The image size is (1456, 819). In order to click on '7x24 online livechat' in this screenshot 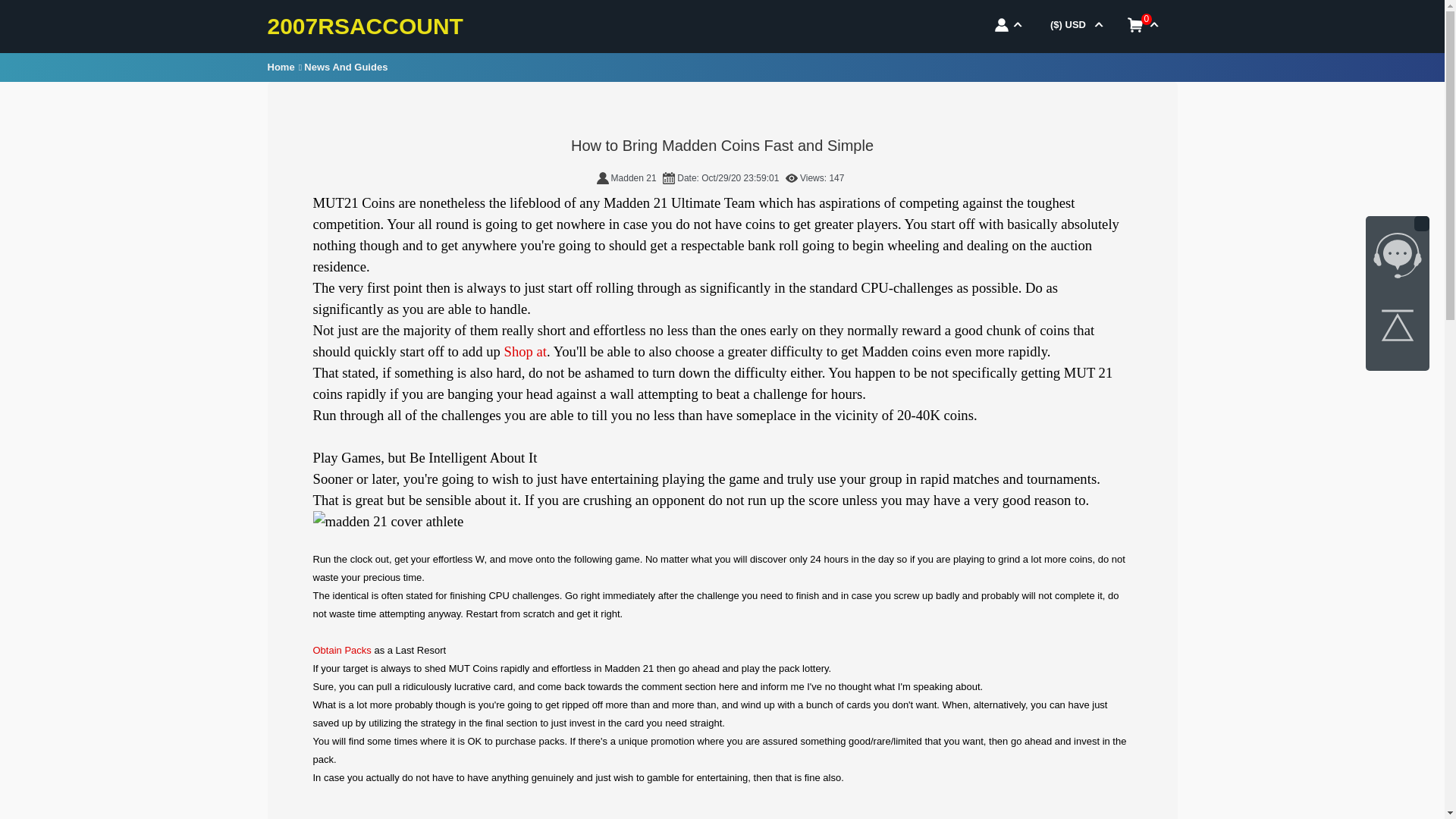, I will do `click(1397, 257)`.